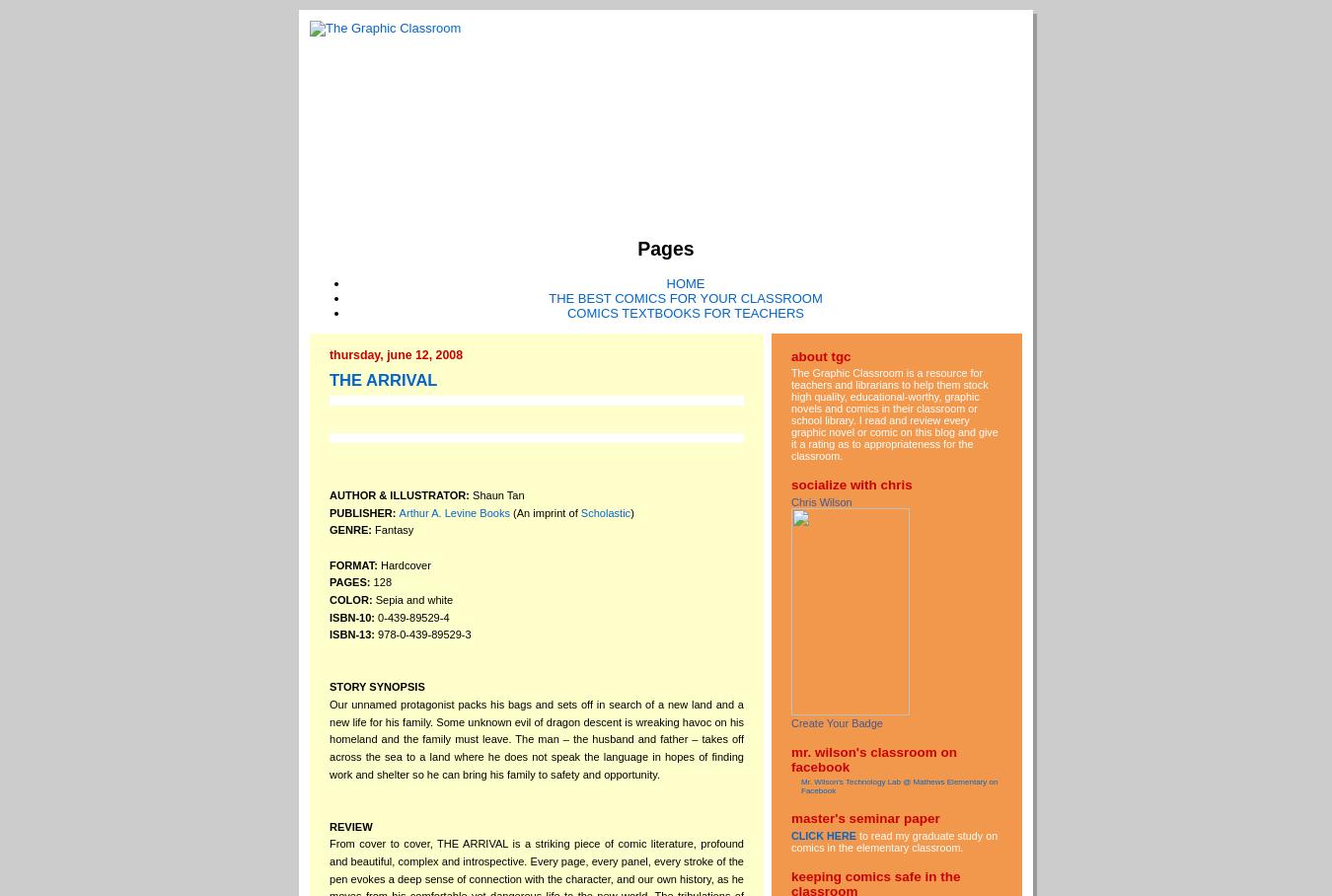  What do you see at coordinates (605, 512) in the screenshot?
I see `'Scholastic'` at bounding box center [605, 512].